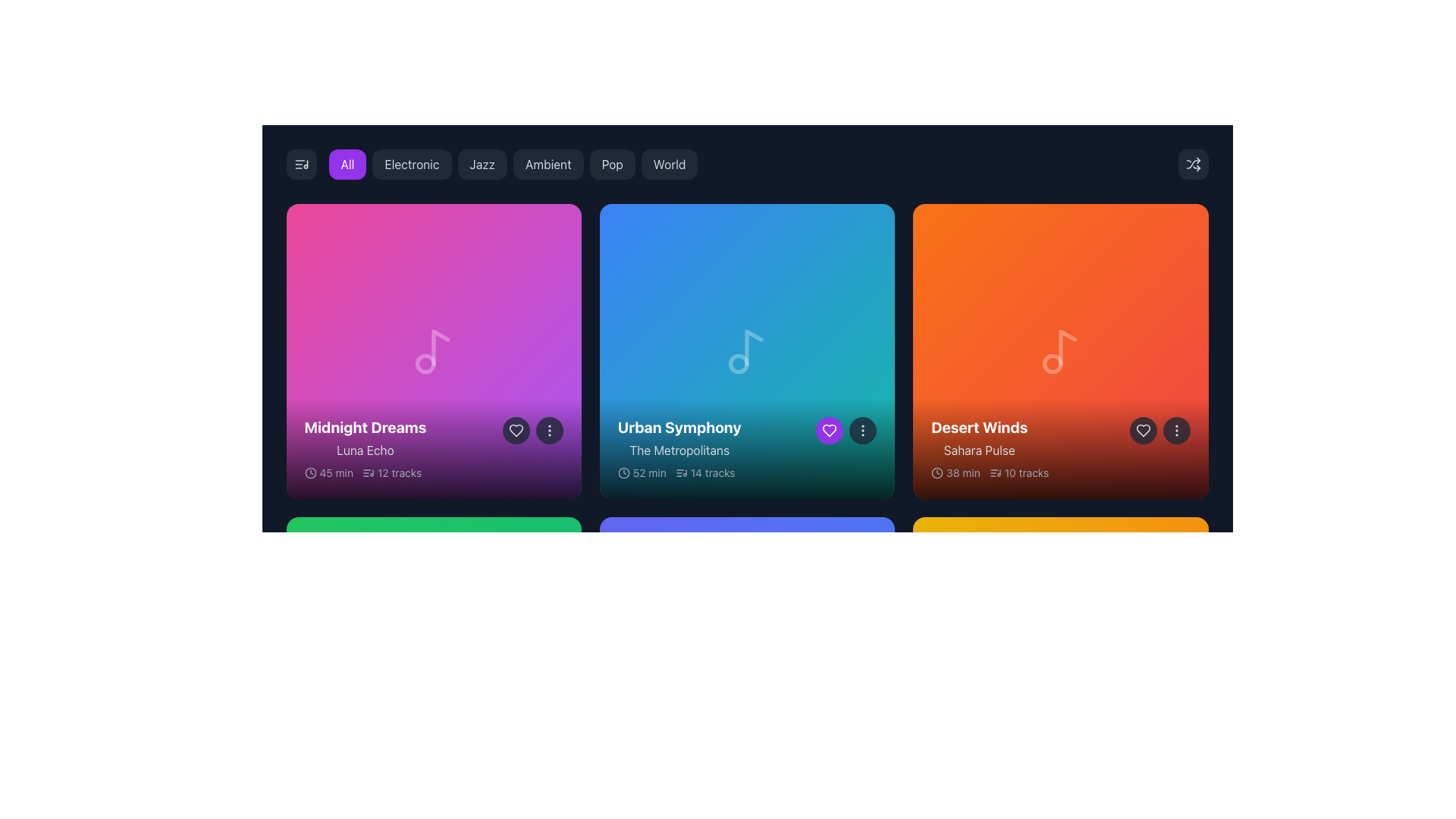  What do you see at coordinates (612, 164) in the screenshot?
I see `the 'Pop' category button, which is the fifth button in a horizontal list of six buttons at the top of the interface, positioned between 'Ambient' and 'World'` at bounding box center [612, 164].